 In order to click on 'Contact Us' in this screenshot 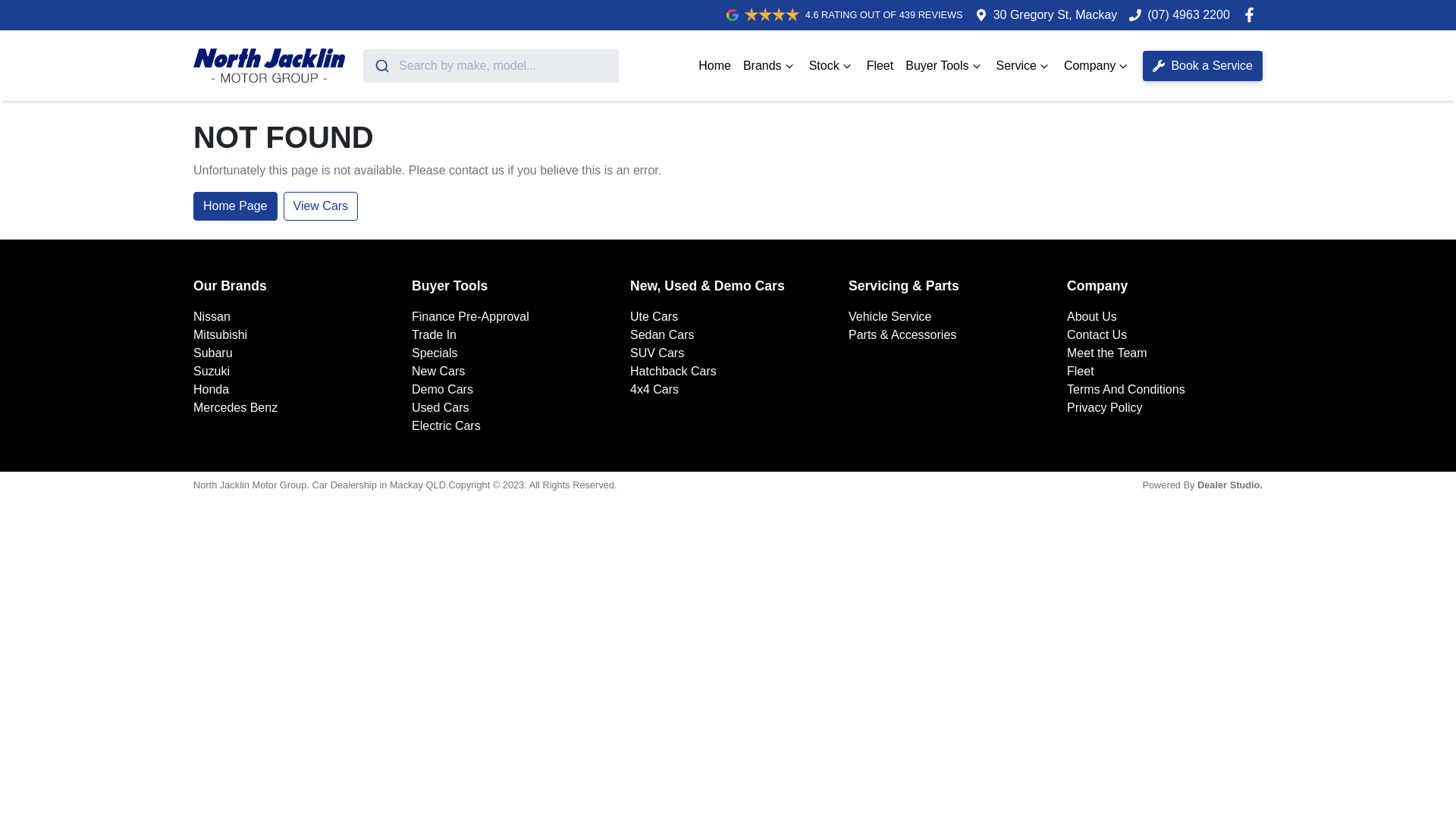, I will do `click(1065, 334)`.